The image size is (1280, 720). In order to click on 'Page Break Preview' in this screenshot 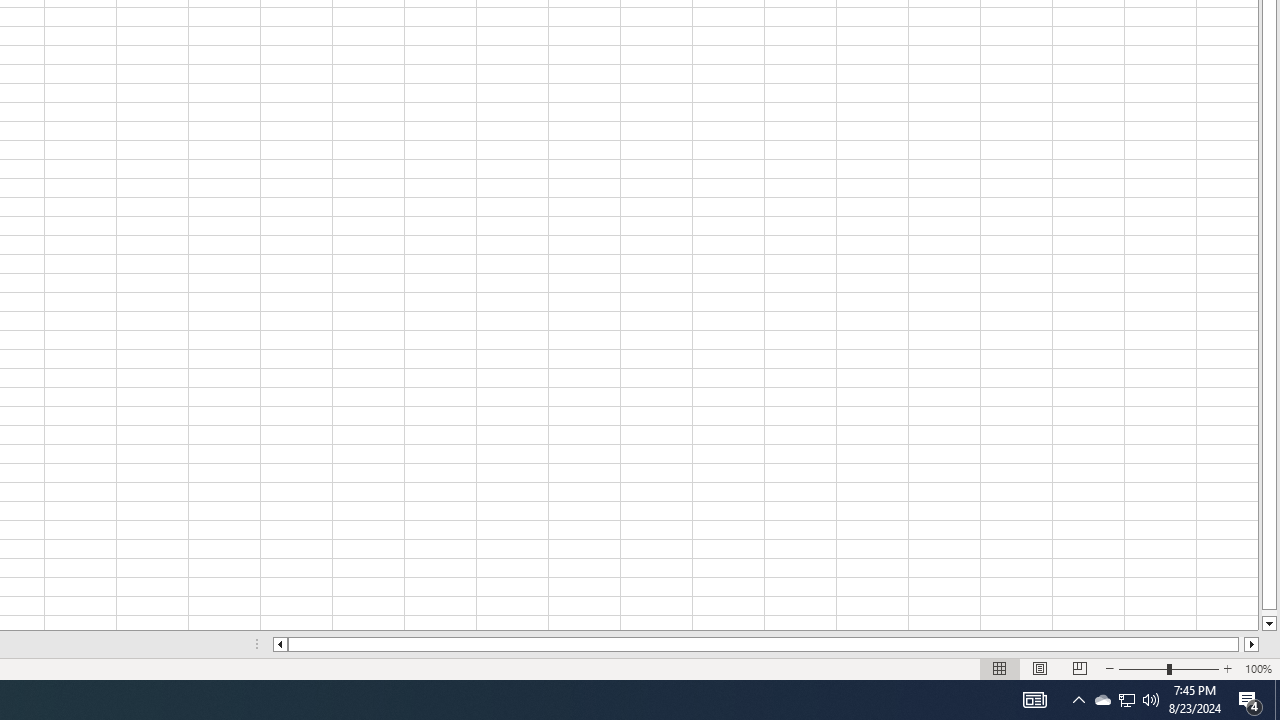, I will do `click(1078, 669)`.